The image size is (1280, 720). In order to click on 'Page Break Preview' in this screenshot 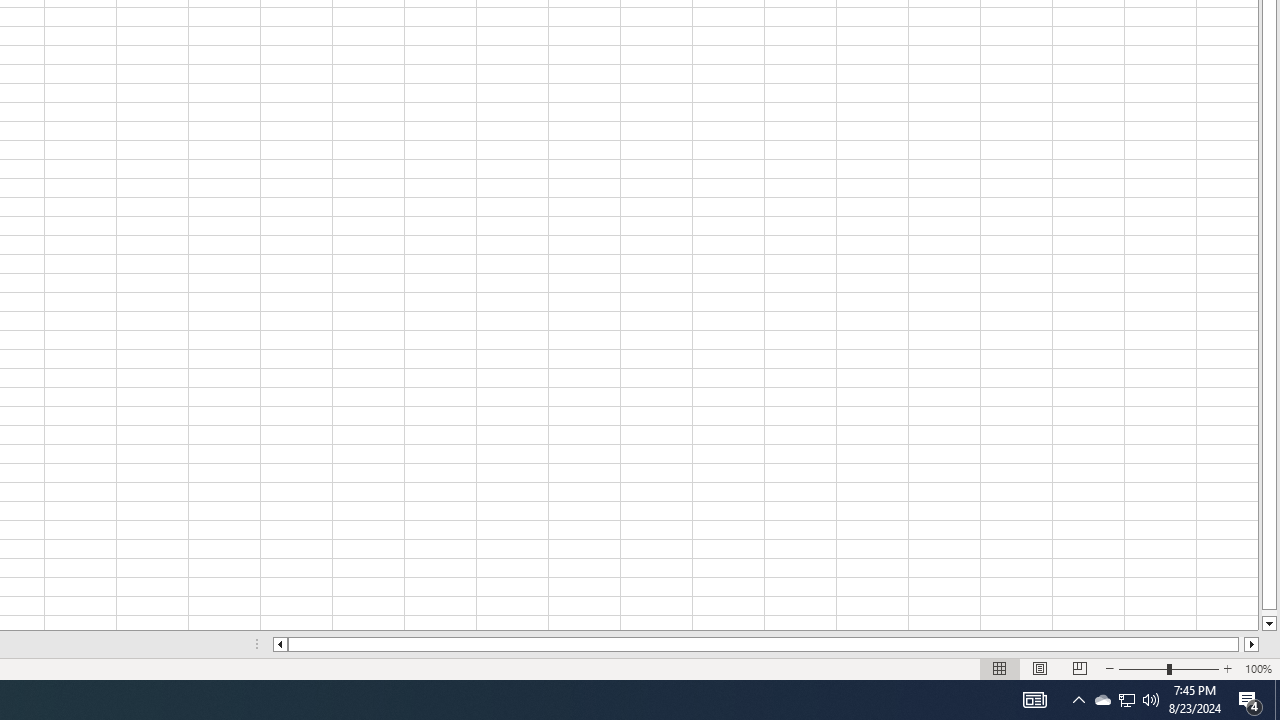, I will do `click(1078, 669)`.